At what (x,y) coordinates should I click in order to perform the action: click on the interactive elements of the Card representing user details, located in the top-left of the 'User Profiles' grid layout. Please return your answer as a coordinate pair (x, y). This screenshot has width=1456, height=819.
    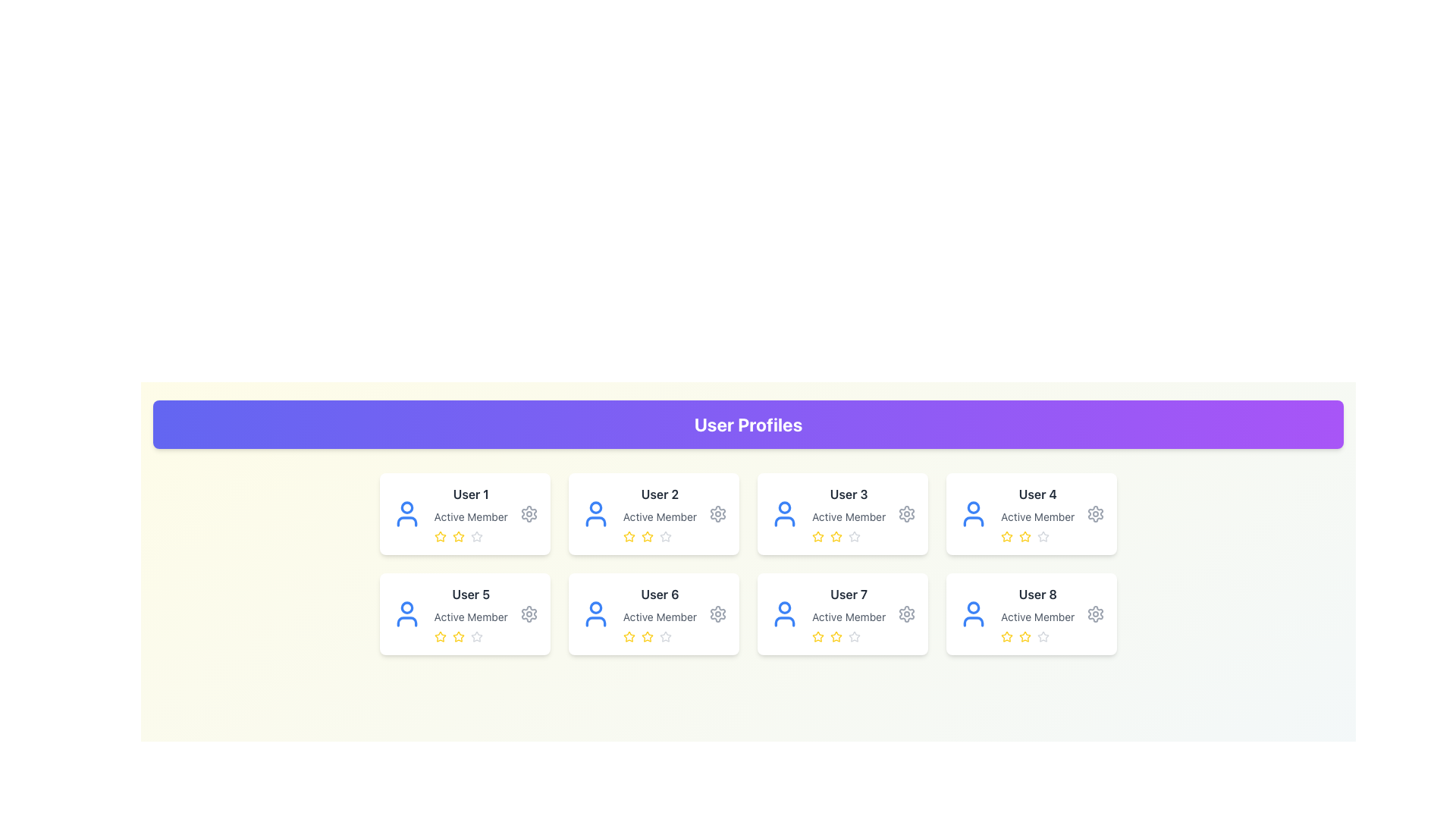
    Looking at the image, I should click on (470, 513).